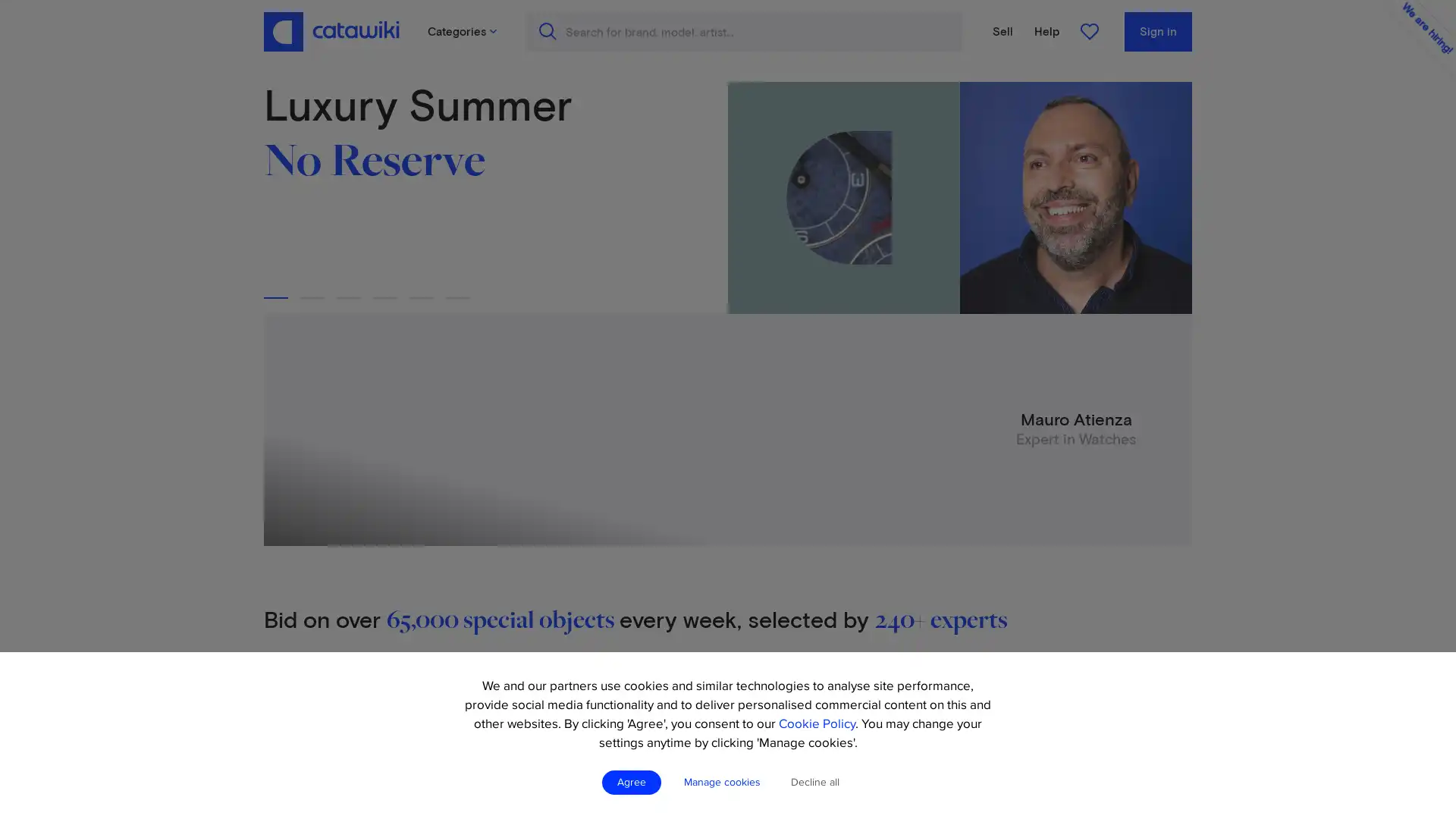 Image resolution: width=1456 pixels, height=819 pixels. What do you see at coordinates (1157, 32) in the screenshot?
I see `Sign in` at bounding box center [1157, 32].